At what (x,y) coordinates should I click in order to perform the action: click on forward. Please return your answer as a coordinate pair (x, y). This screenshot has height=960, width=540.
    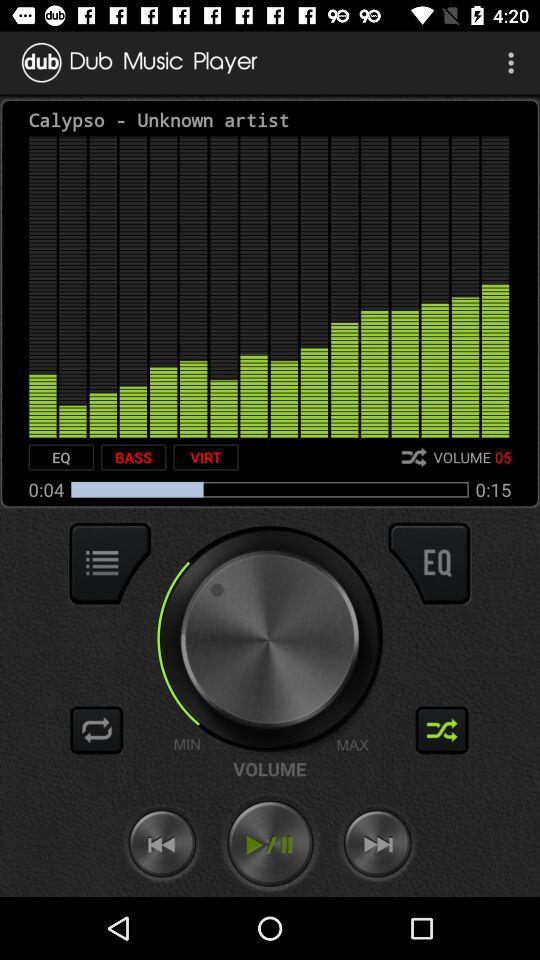
    Looking at the image, I should click on (377, 843).